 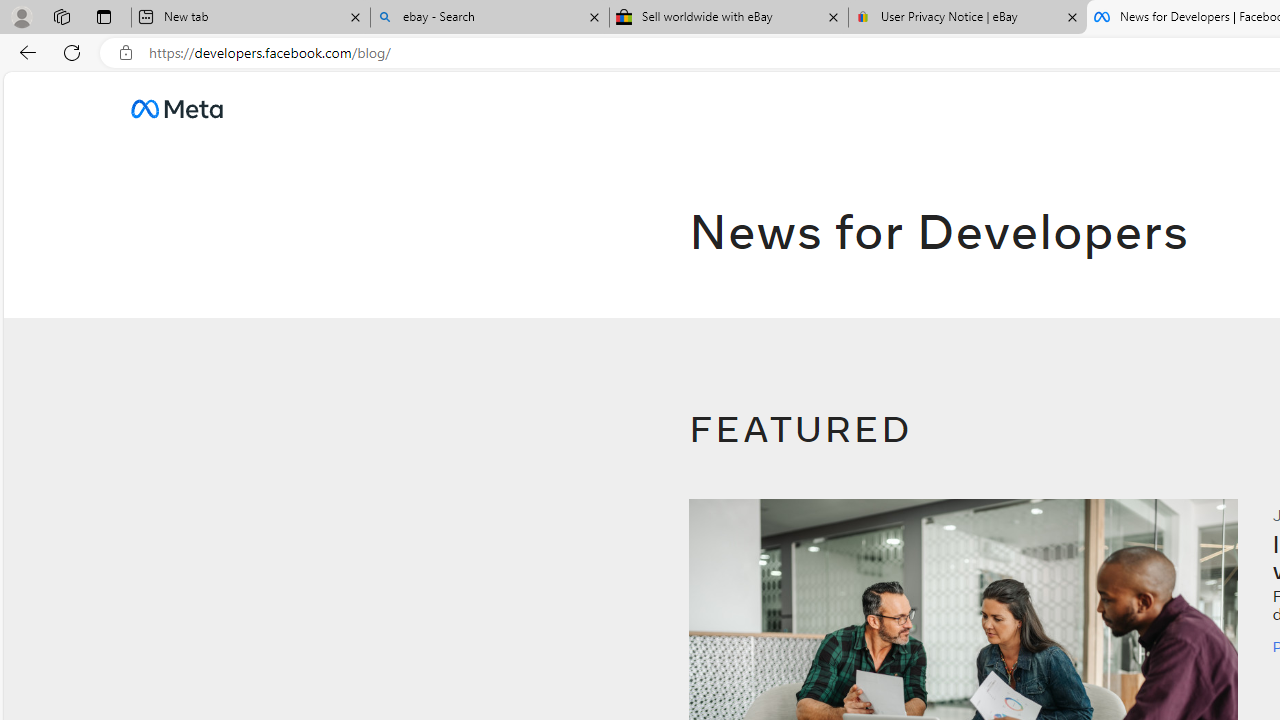 What do you see at coordinates (967, 17) in the screenshot?
I see `'User Privacy Notice | eBay'` at bounding box center [967, 17].